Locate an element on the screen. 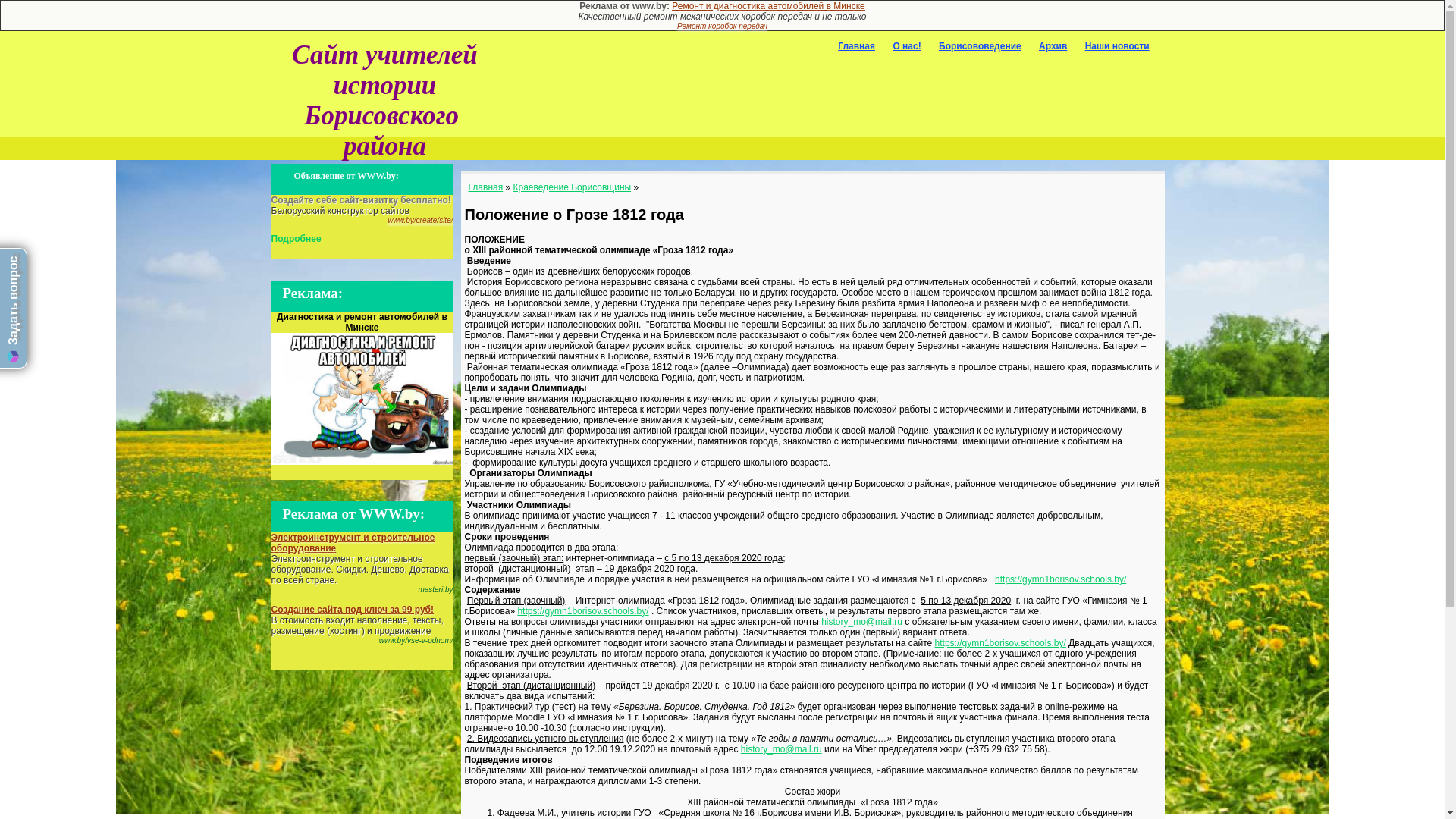  'history_mo@mail.ru' is located at coordinates (861, 622).